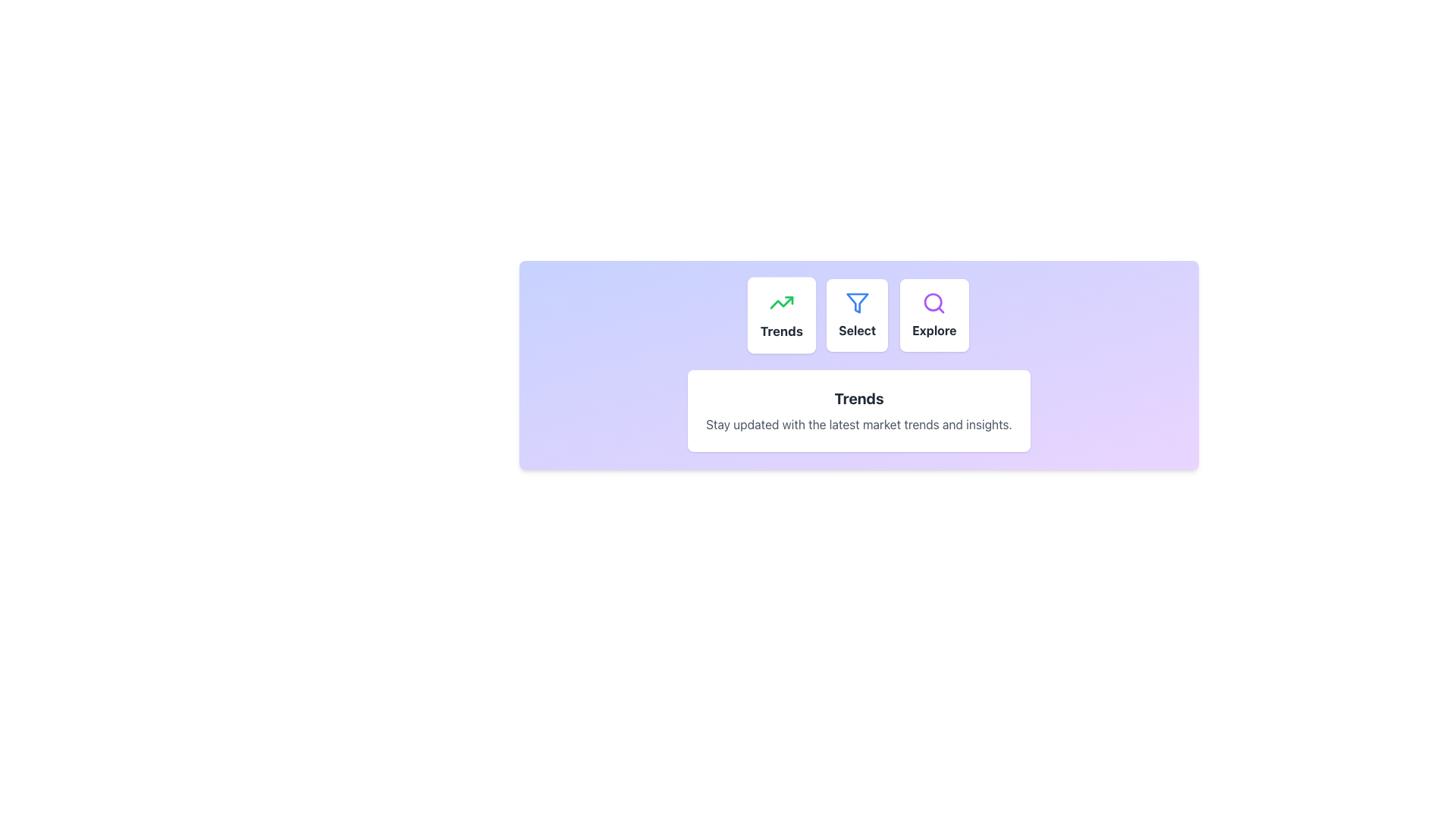 The height and width of the screenshot is (819, 1456). What do you see at coordinates (858, 315) in the screenshot?
I see `the interactive button located between the 'Trends' and 'Explore' buttons` at bounding box center [858, 315].